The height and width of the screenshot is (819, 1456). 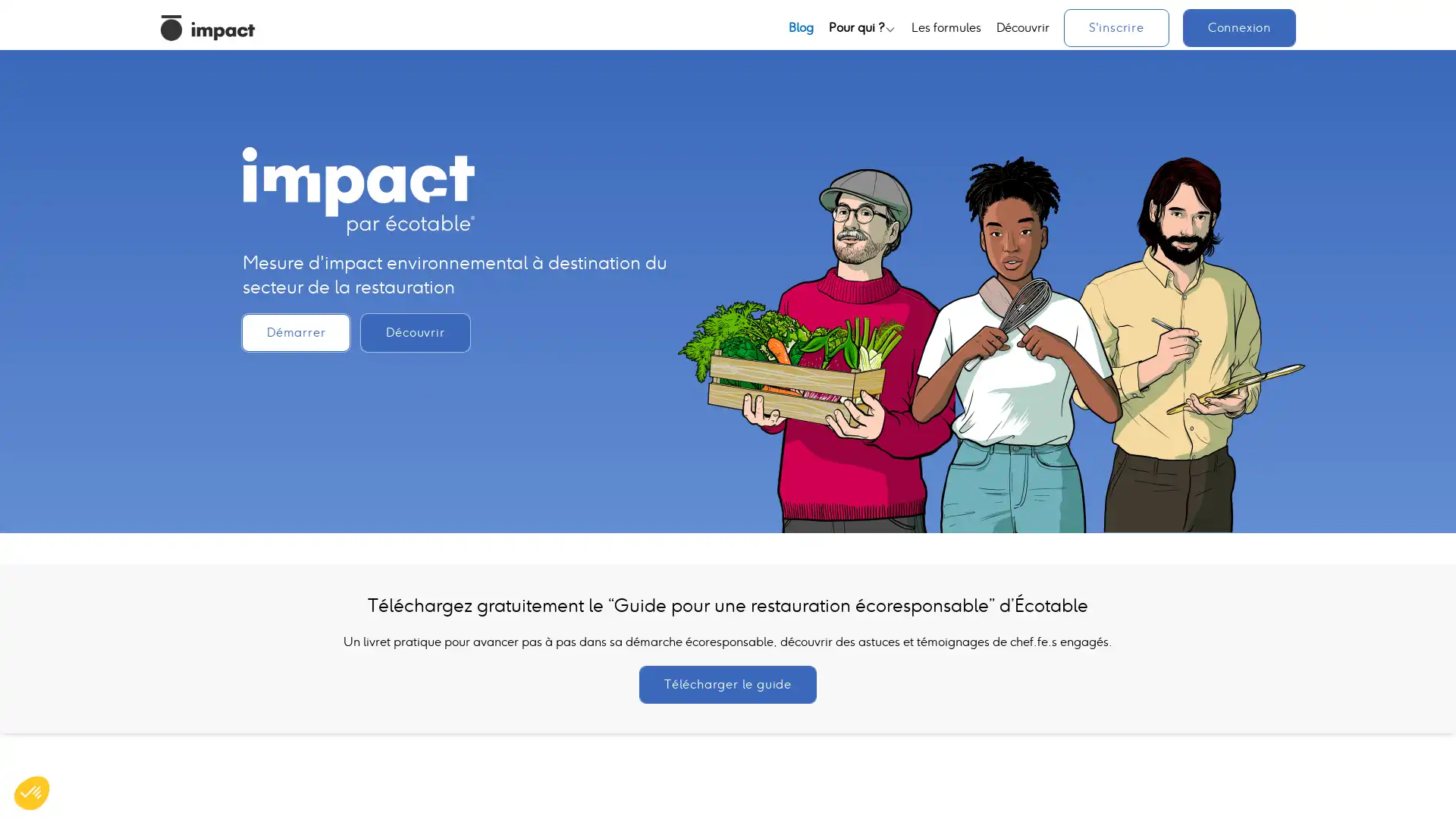 What do you see at coordinates (67, 742) in the screenshot?
I see `Non merci` at bounding box center [67, 742].